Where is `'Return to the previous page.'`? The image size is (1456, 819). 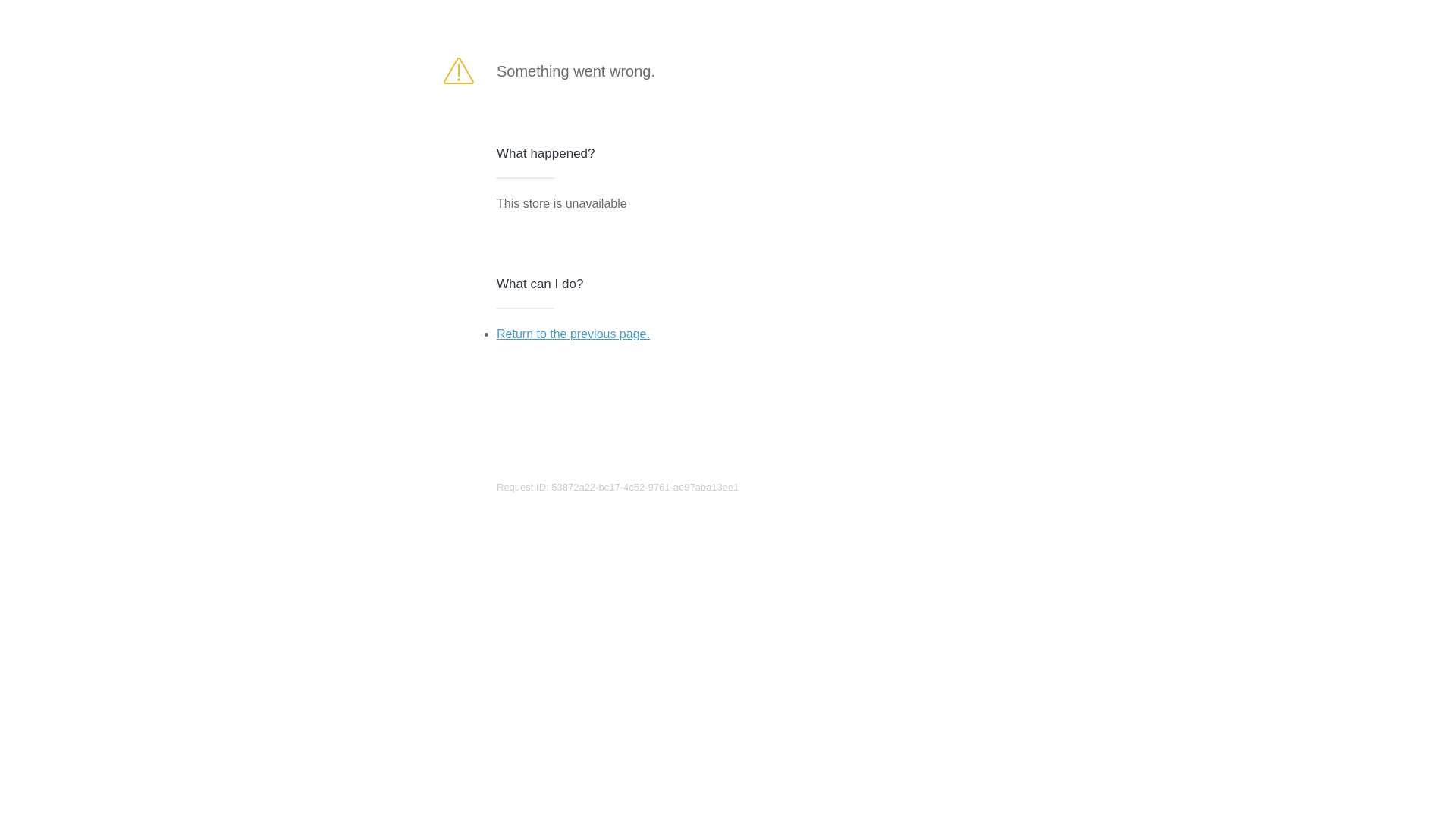 'Return to the previous page.' is located at coordinates (572, 333).